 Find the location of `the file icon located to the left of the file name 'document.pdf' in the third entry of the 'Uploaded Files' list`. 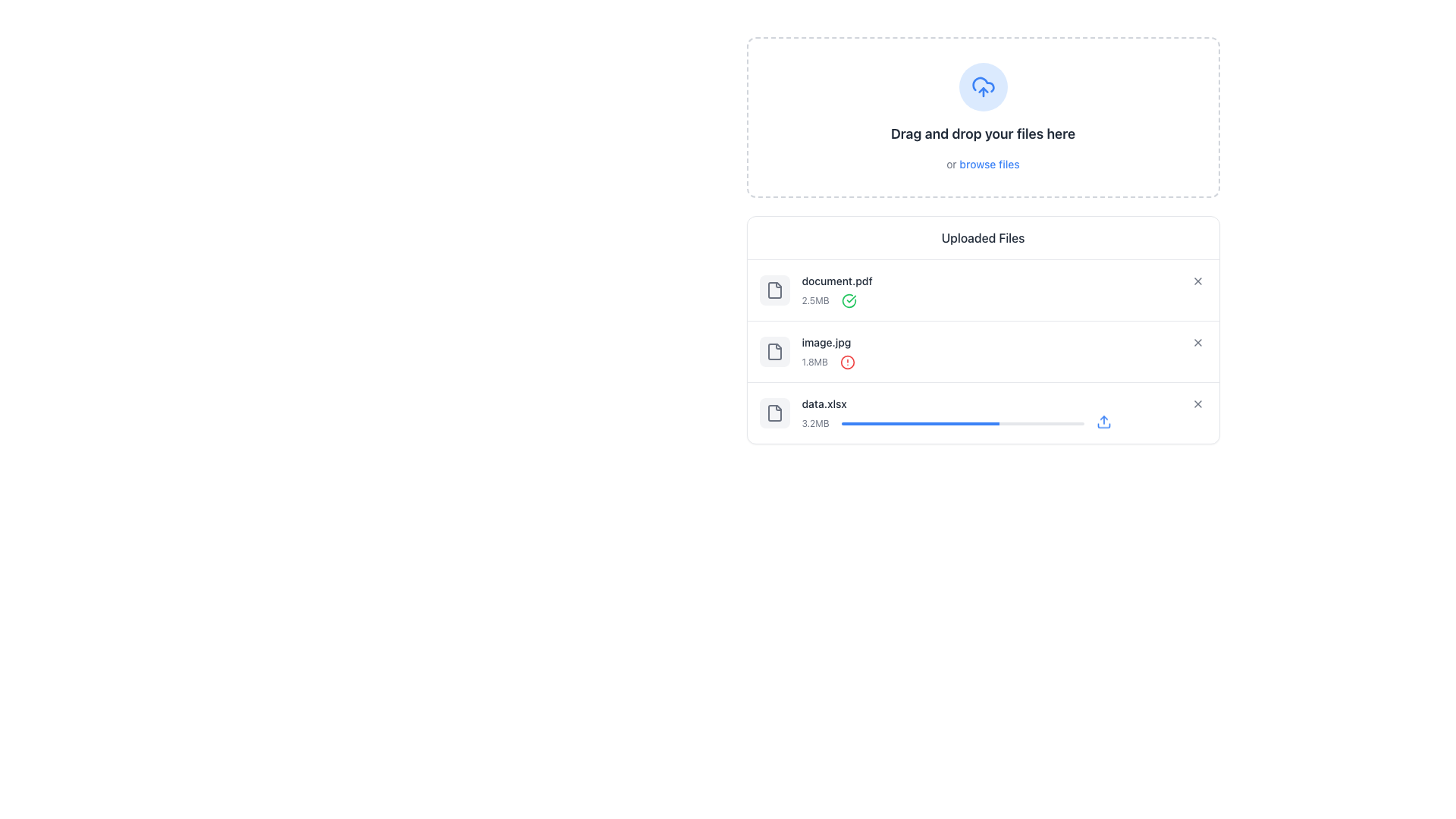

the file icon located to the left of the file name 'document.pdf' in the third entry of the 'Uploaded Files' list is located at coordinates (774, 290).